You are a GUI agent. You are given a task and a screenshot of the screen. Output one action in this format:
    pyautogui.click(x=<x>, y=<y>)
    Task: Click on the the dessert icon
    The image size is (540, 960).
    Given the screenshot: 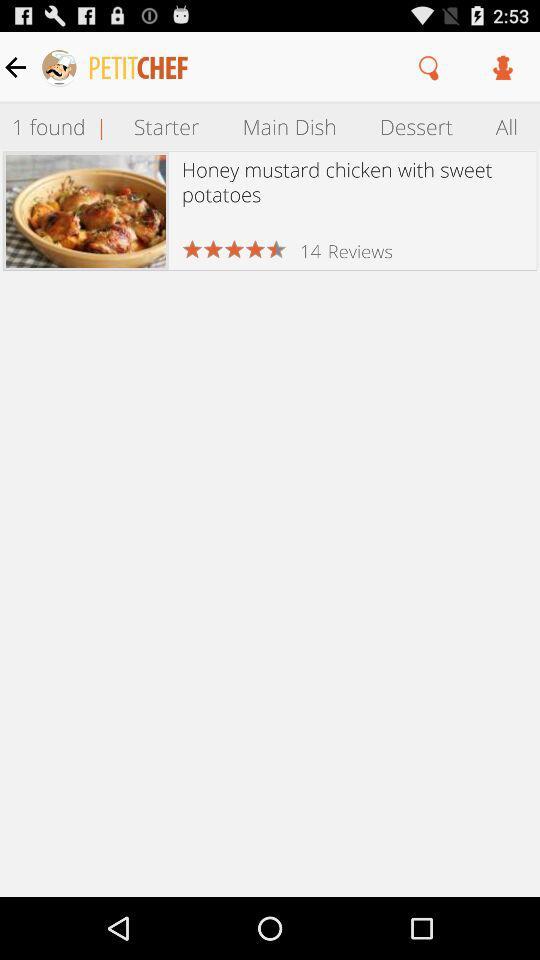 What is the action you would take?
    pyautogui.click(x=415, y=125)
    